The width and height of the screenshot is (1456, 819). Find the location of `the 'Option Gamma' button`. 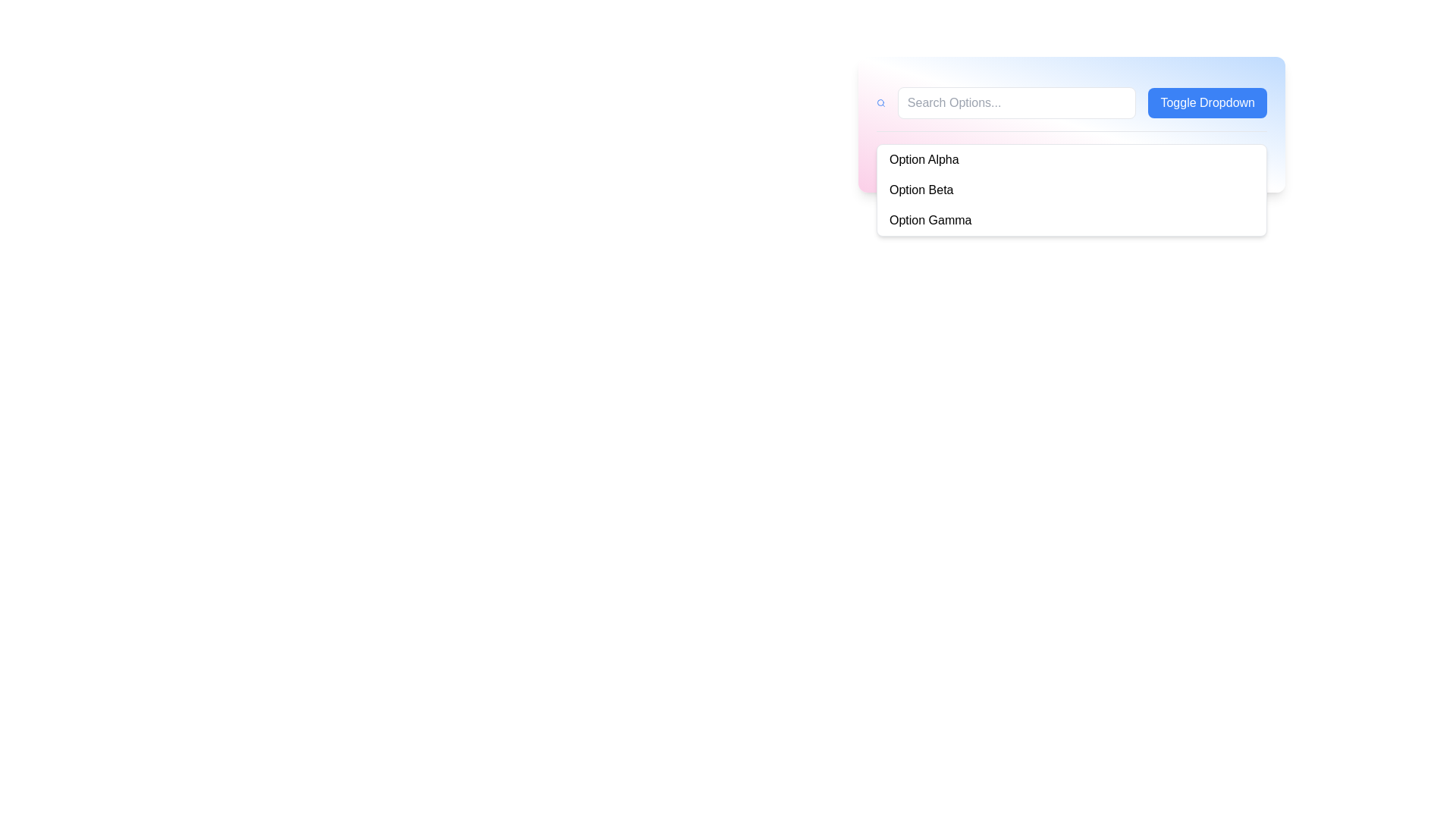

the 'Option Gamma' button is located at coordinates (1071, 220).